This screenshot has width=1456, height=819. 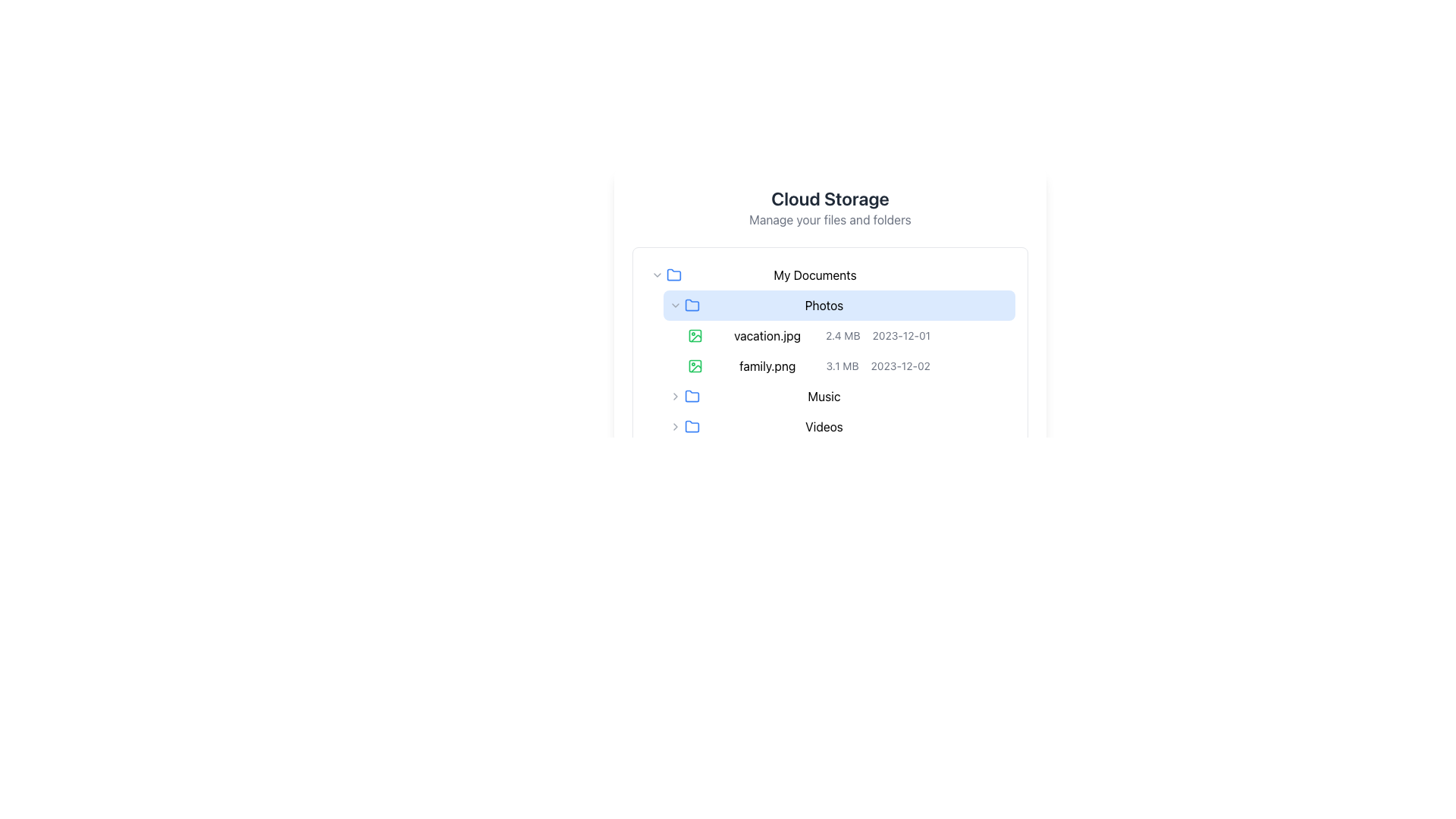 What do you see at coordinates (675, 305) in the screenshot?
I see `the Chevron Icon located to the left of the 'Photos' folder name to toggle its expanded or collapsed state` at bounding box center [675, 305].